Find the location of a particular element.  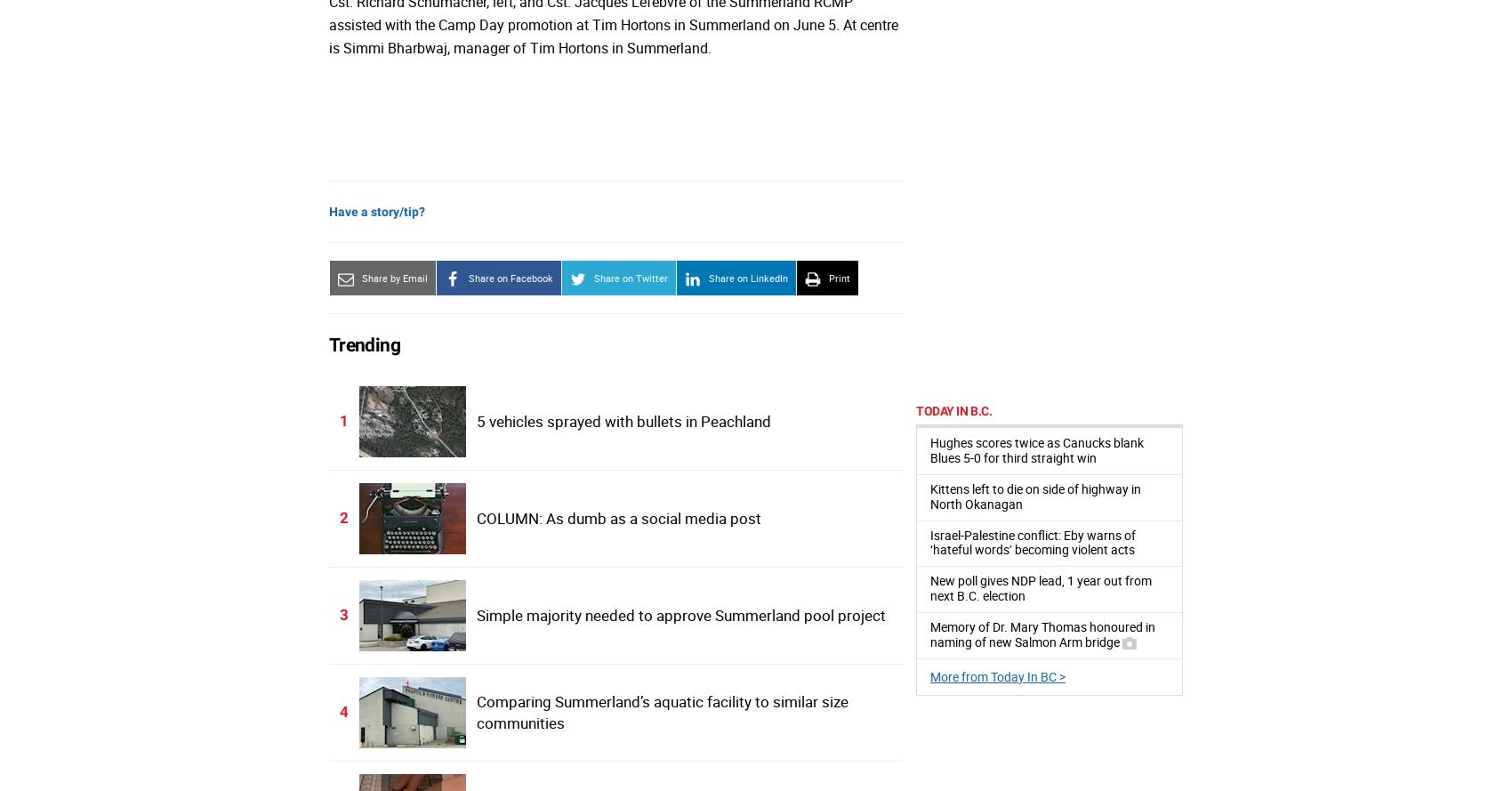

'Memory of Dr. Mary Thomas honoured in naming of new Salmon Arm bridge' is located at coordinates (1042, 633).